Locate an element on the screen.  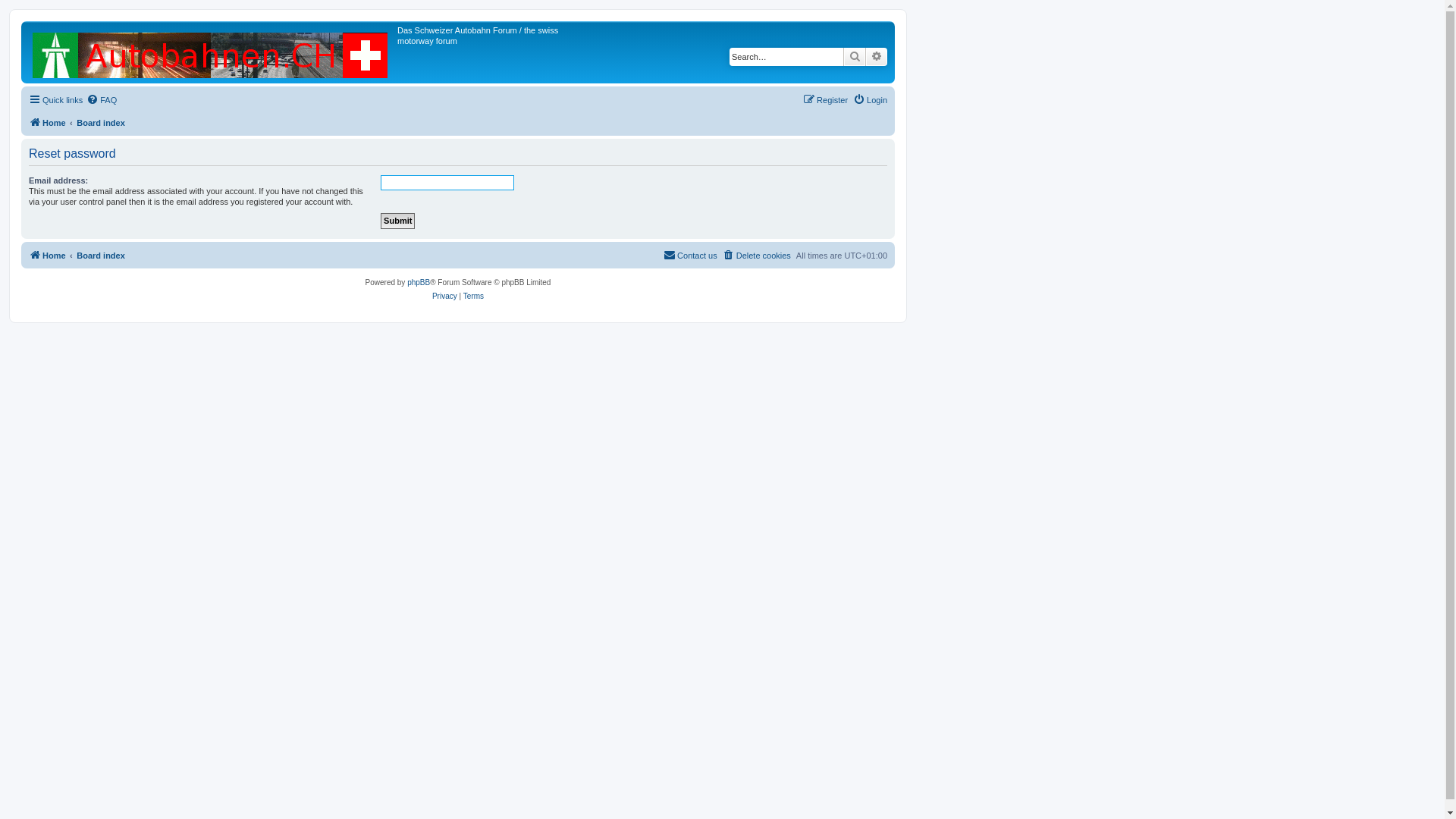
'Board index' is located at coordinates (75, 122).